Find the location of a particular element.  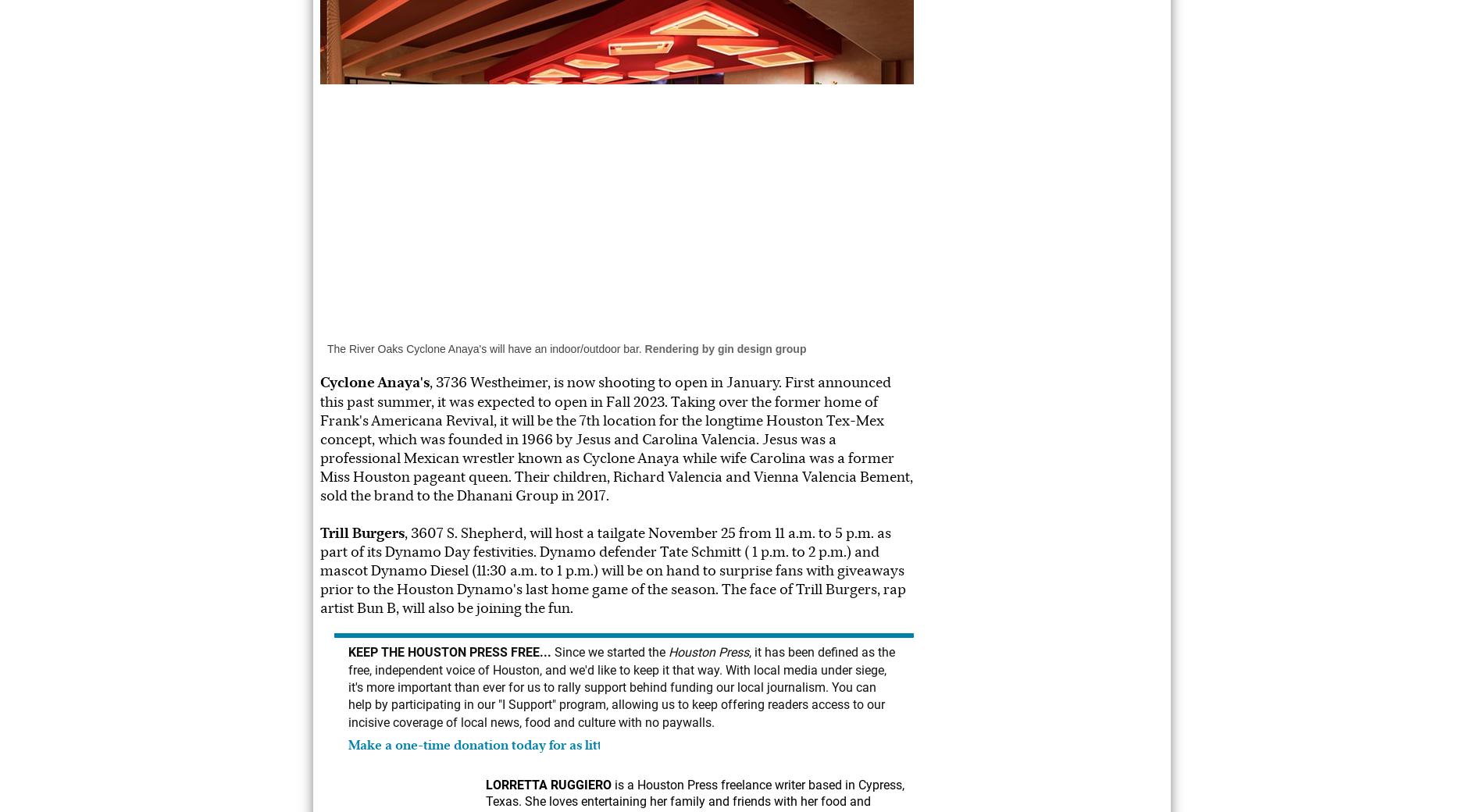

'Make a one-time donation today for as little as $1.' is located at coordinates (498, 745).